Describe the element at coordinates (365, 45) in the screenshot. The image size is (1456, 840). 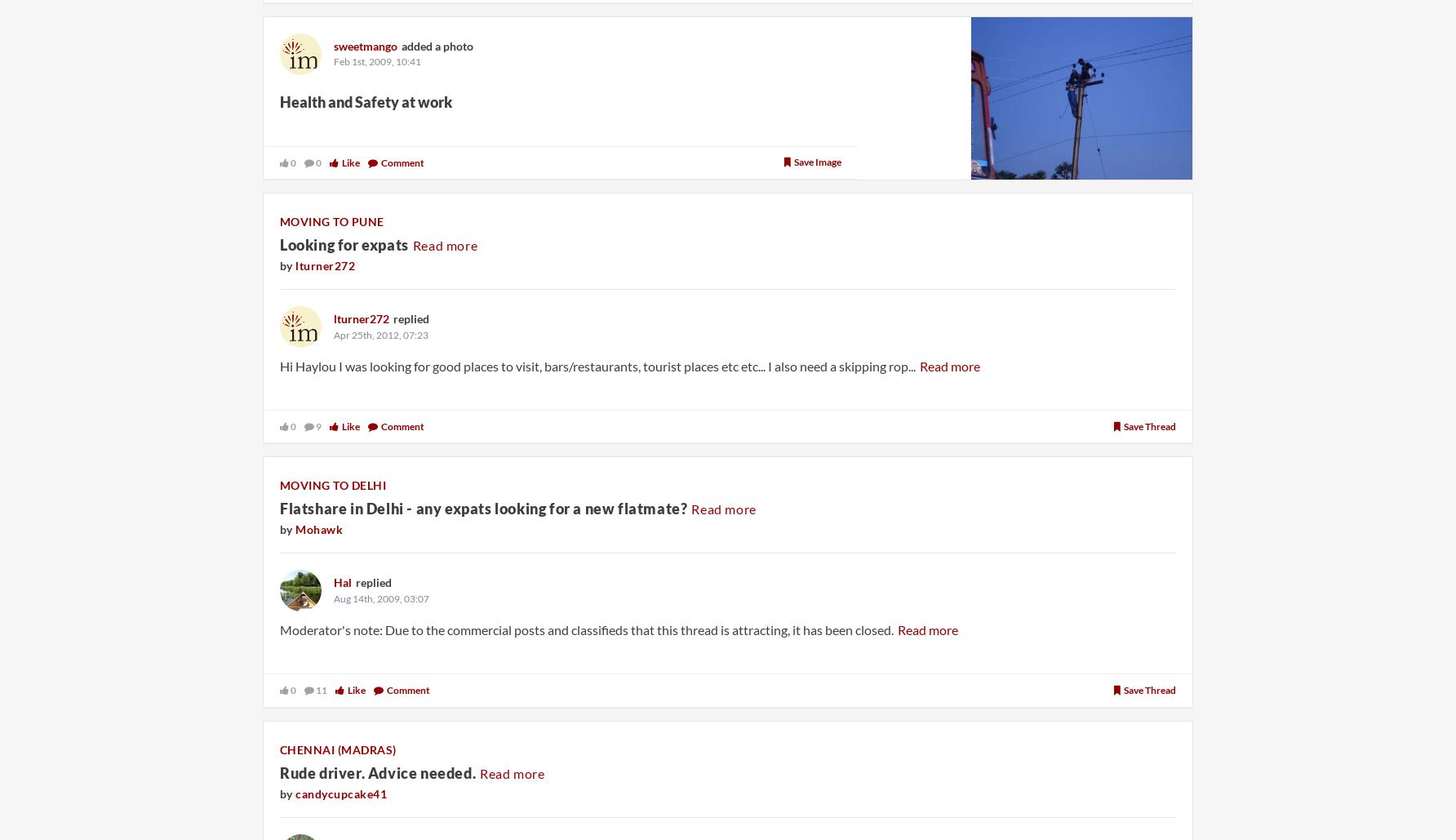
I see `'sweetmango'` at that location.